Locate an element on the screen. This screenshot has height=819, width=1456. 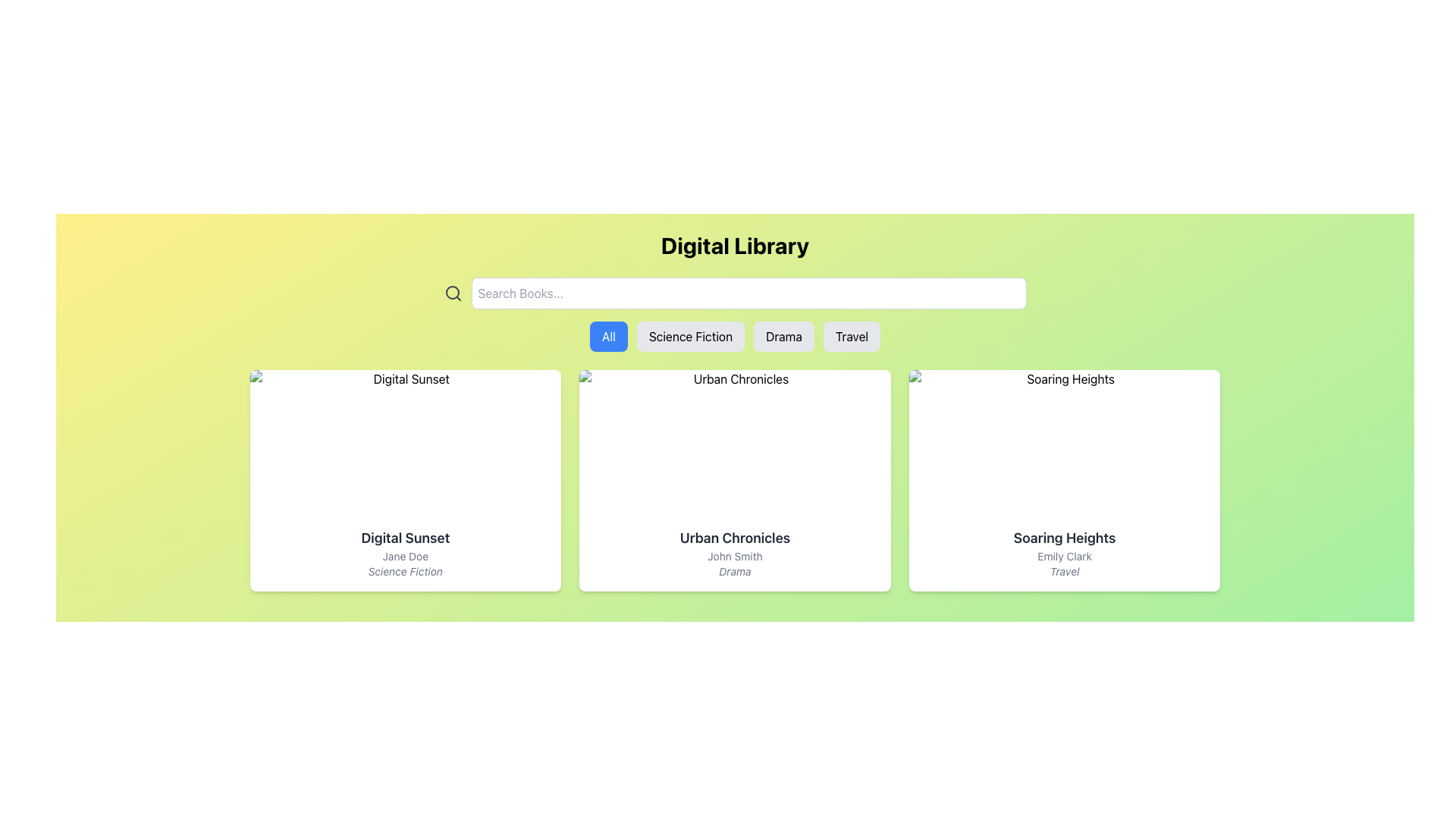
the text block containing the title 'Digital Sunset', author 'Jane Doe', and genre 'Science Fiction', which is located below an image placeholder in the first column of a horizontally aligned grid is located at coordinates (405, 553).